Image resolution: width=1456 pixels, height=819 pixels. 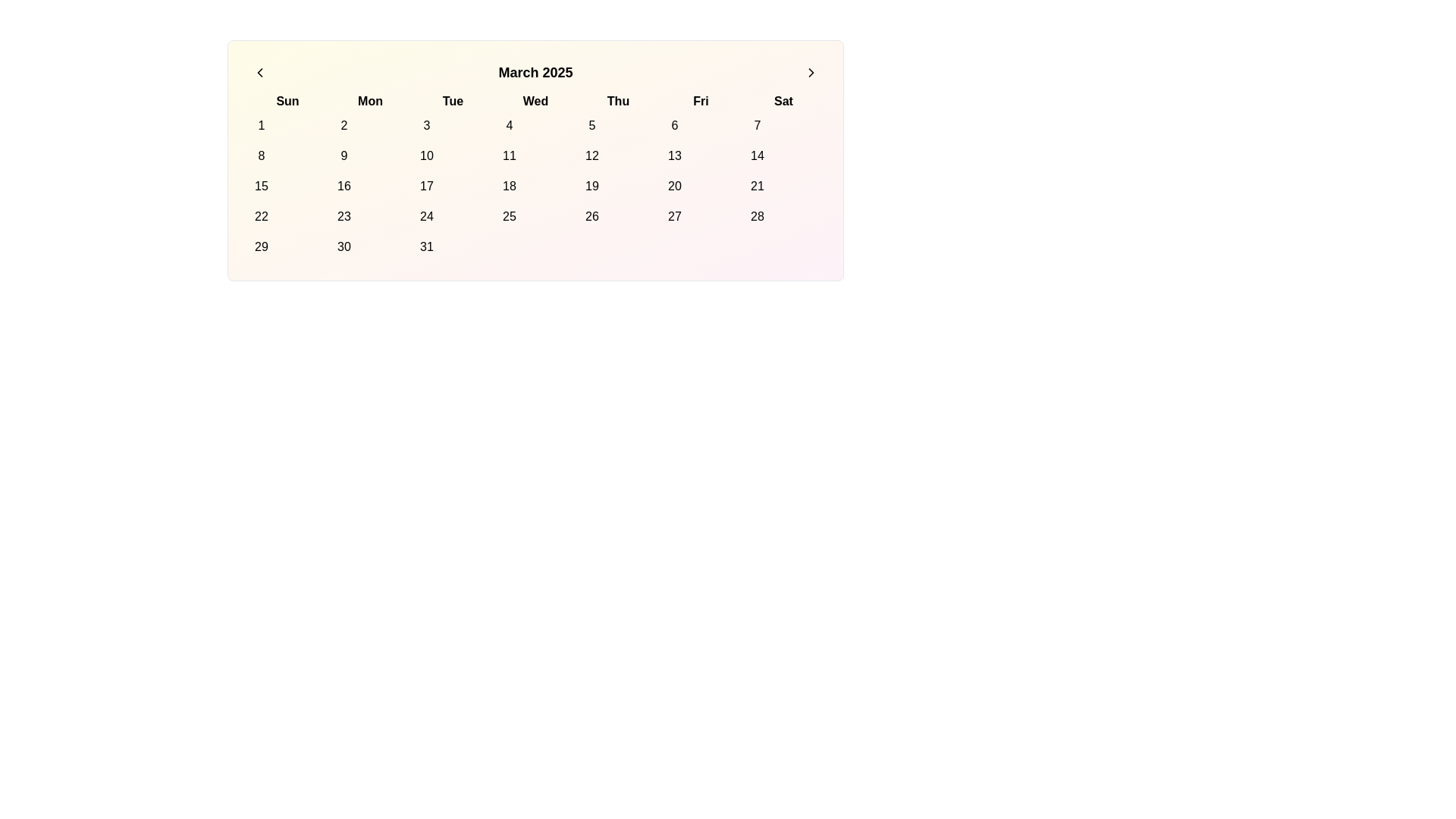 What do you see at coordinates (535, 73) in the screenshot?
I see `date displayed on the Text Label showing 'March 2025', which is centrally located in the navigation header of the calendar layout` at bounding box center [535, 73].